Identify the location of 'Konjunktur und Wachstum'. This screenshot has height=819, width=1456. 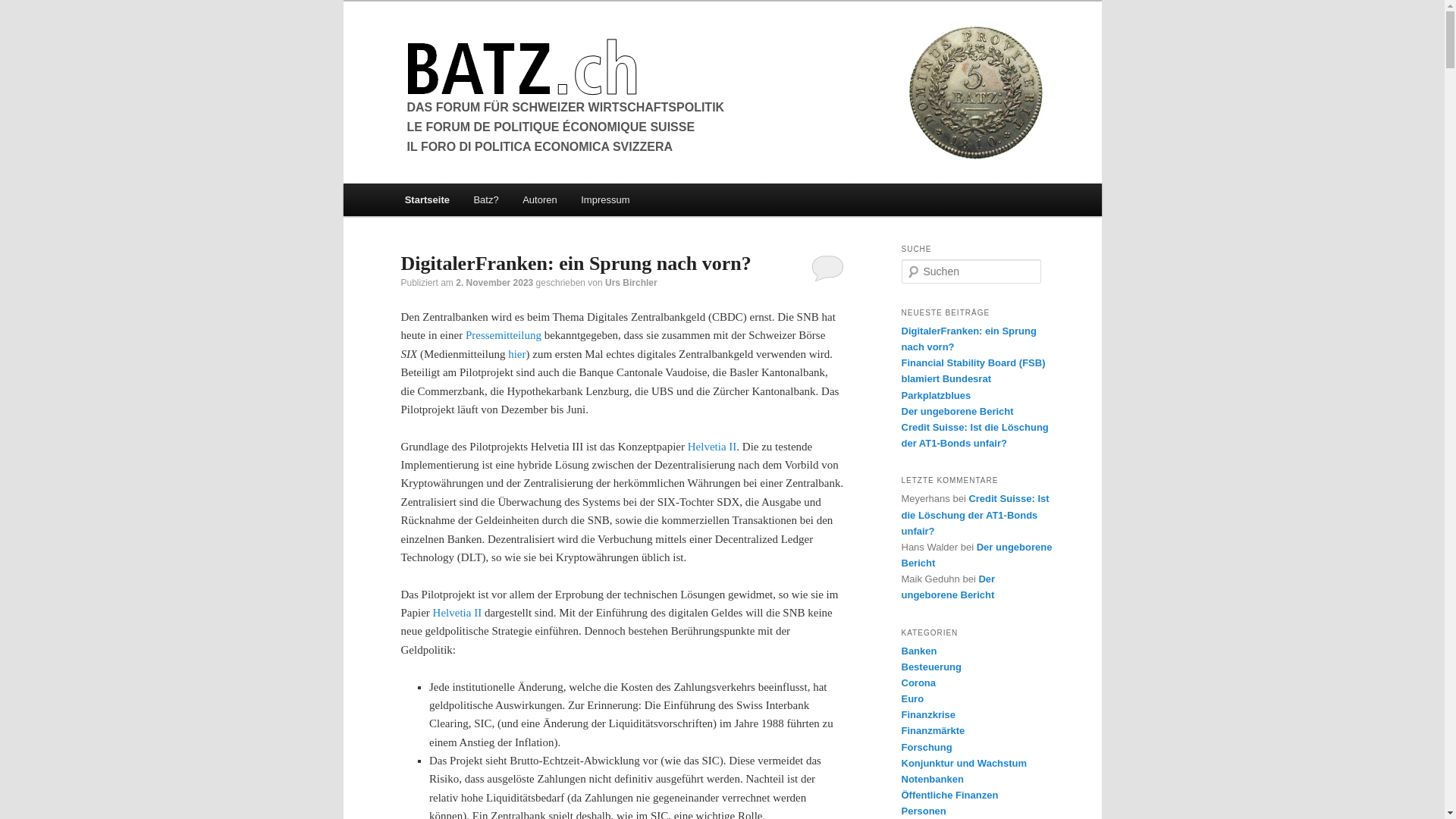
(963, 763).